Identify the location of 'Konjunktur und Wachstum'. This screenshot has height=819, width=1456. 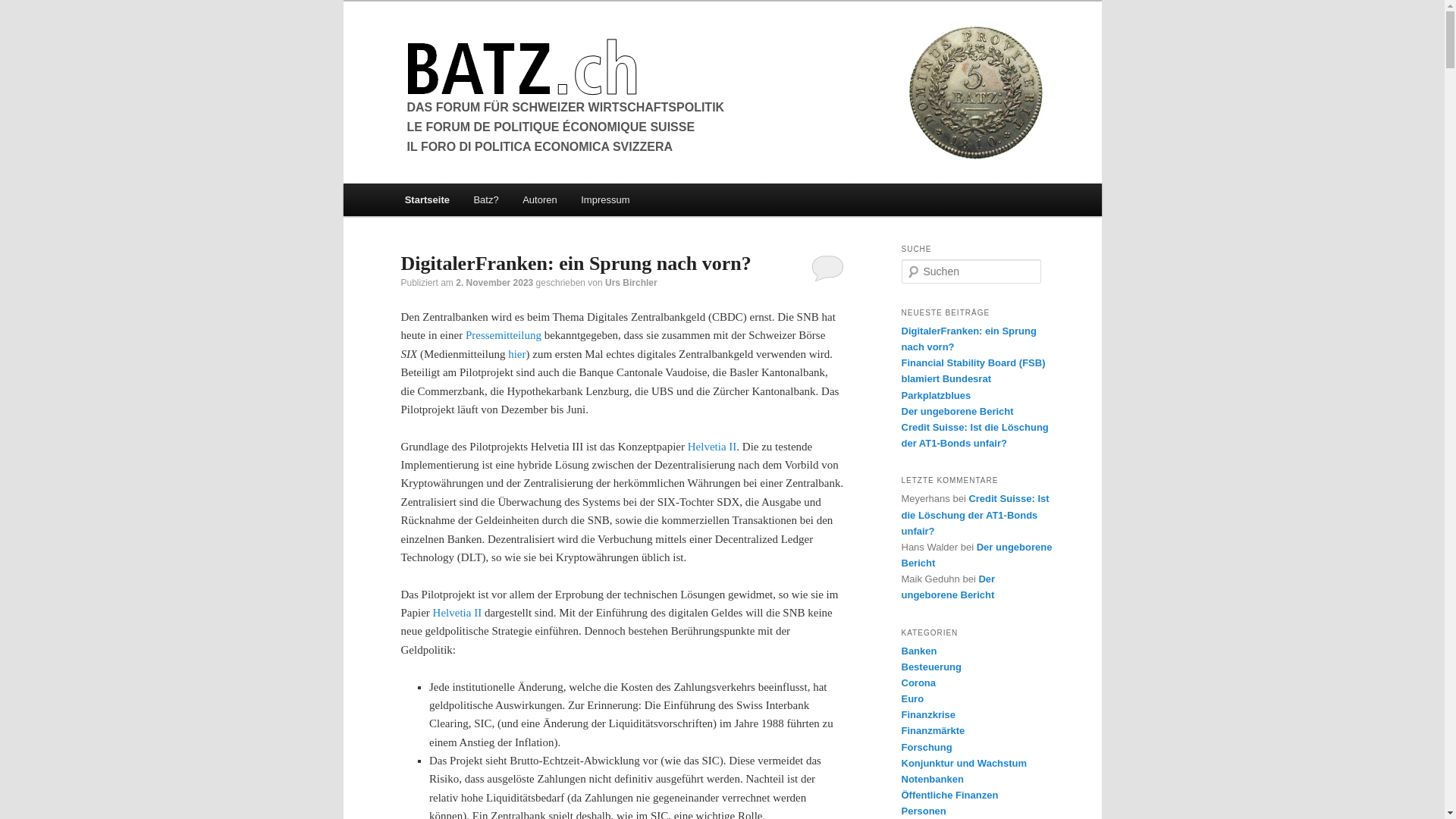
(963, 763).